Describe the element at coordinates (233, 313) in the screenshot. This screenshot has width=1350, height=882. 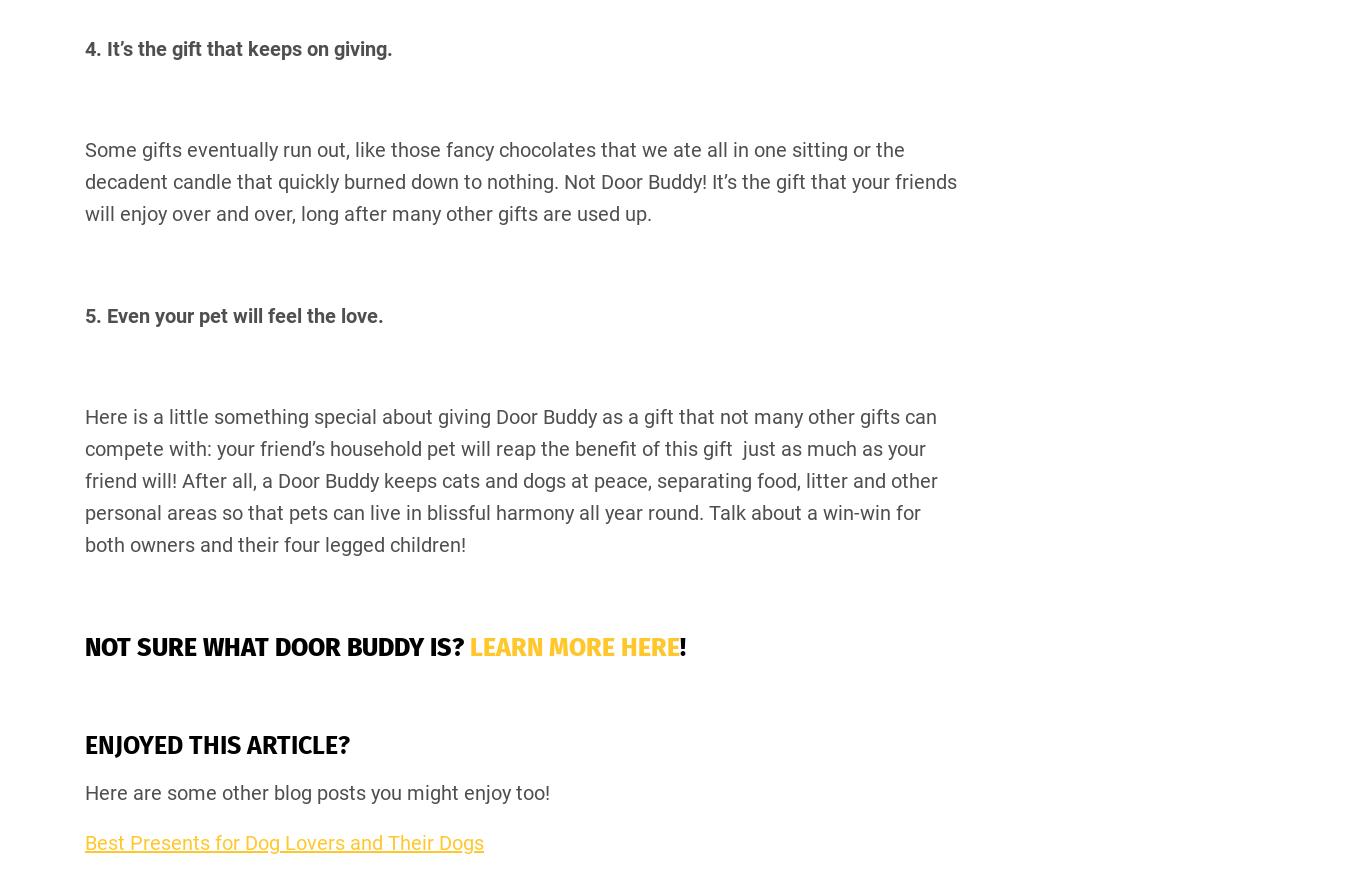
I see `'5. Even your pet will feel the love.'` at that location.